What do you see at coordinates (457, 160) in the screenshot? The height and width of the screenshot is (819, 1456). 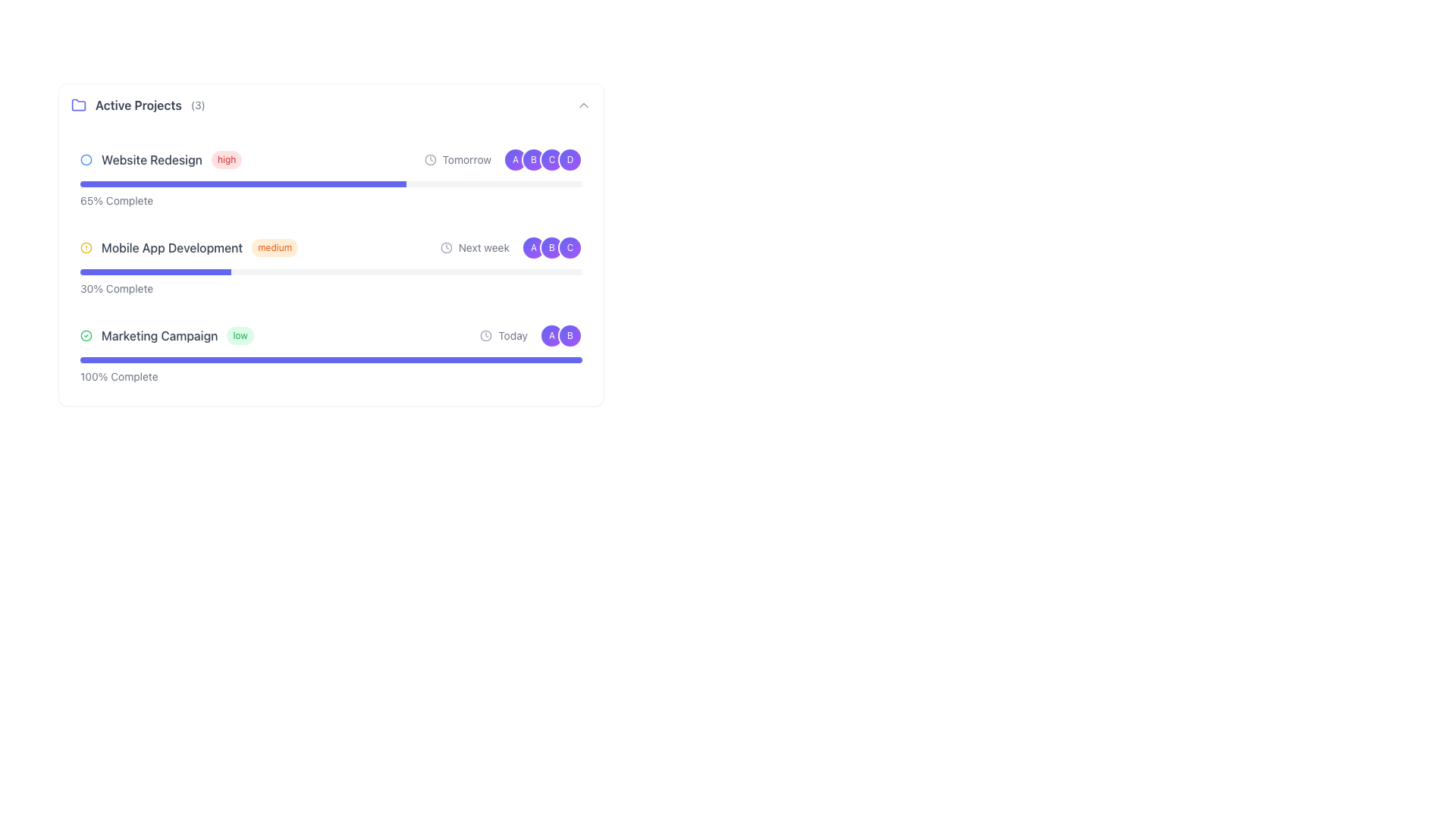 I see `the Text label with an icon indicating the deadline for the 'Website Redesign' project, which is located between the status 'high' and a group of icons labeled 'A', 'B', 'C', and 'D'` at bounding box center [457, 160].